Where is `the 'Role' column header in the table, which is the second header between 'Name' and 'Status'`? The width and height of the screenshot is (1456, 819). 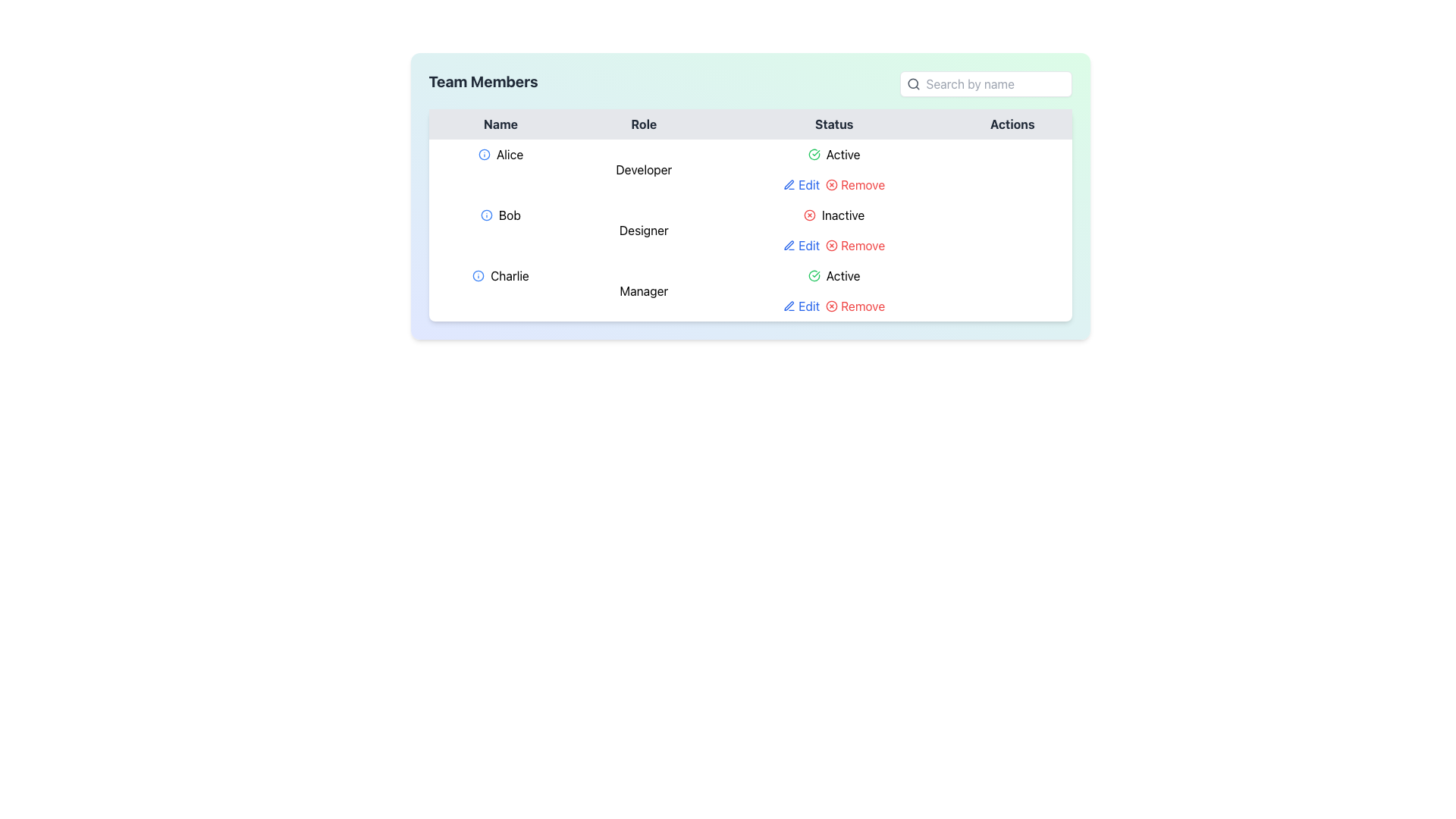
the 'Role' column header in the table, which is the second header between 'Name' and 'Status' is located at coordinates (644, 124).